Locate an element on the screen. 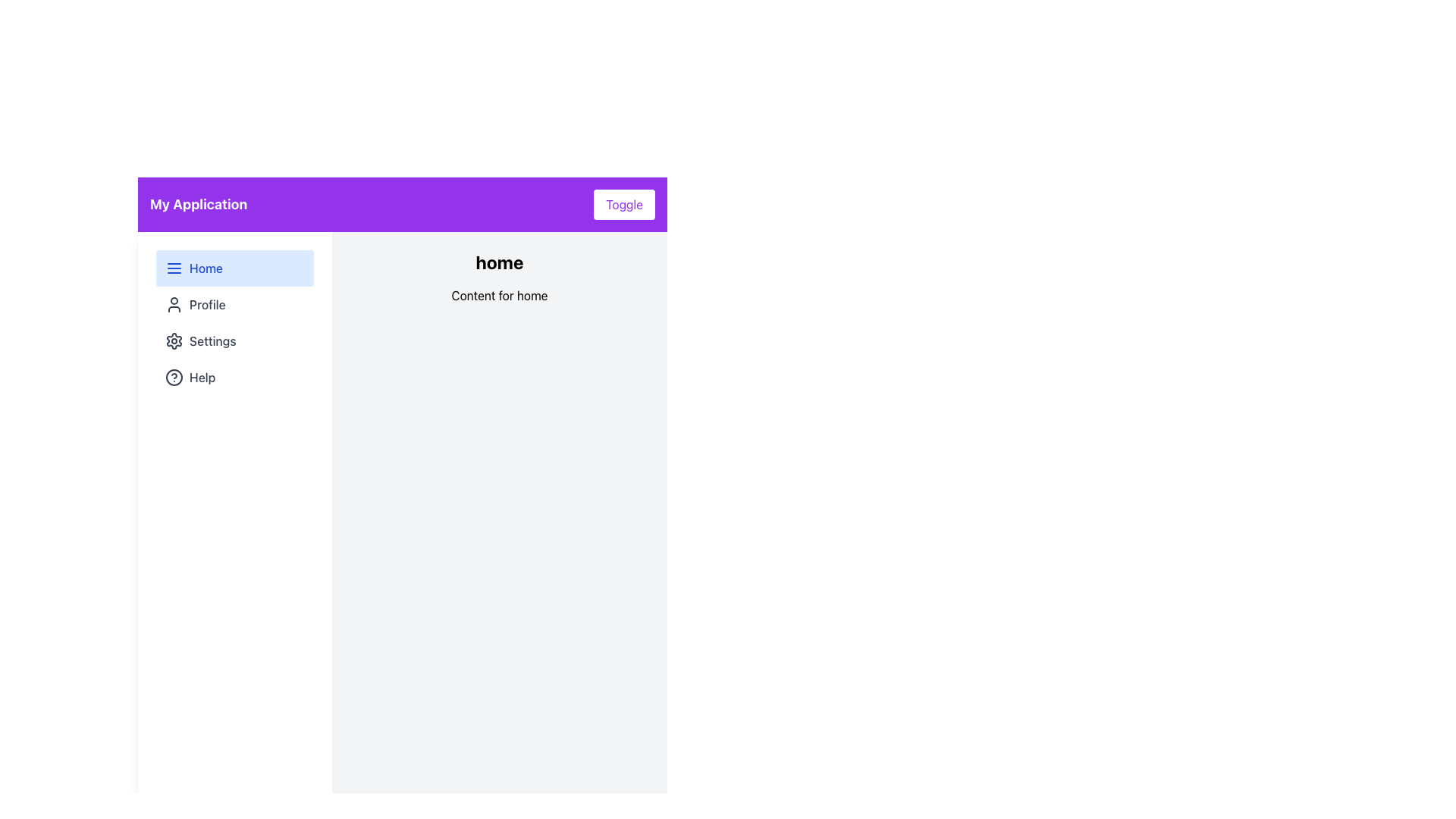  visible text of the 'Help' label located below the icons for 'Profile' and 'Settings' in the vertical navigation bar on the left side of the interface is located at coordinates (202, 376).